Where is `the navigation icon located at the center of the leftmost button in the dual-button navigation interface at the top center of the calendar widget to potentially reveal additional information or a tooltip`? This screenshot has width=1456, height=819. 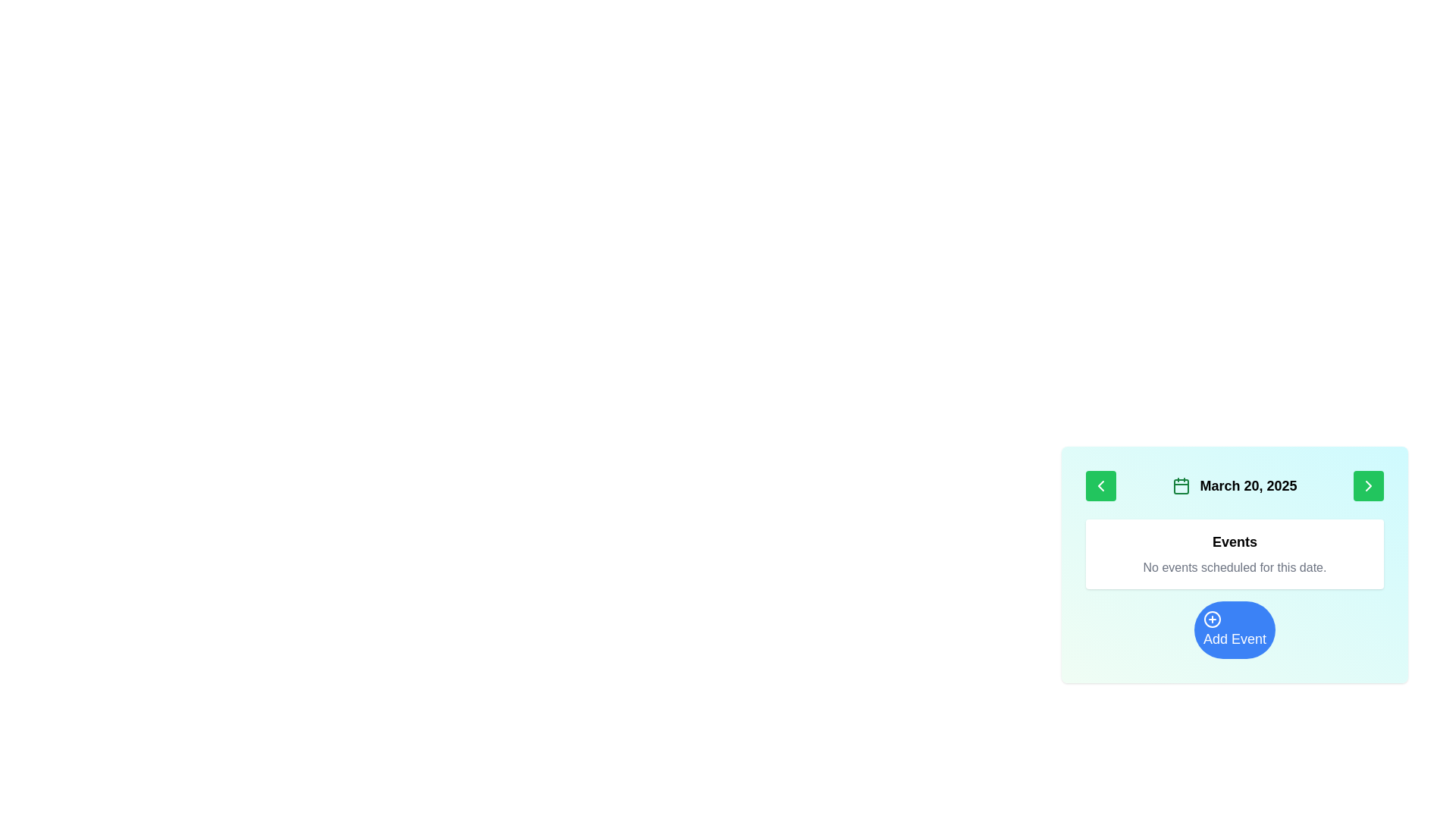
the navigation icon located at the center of the leftmost button in the dual-button navigation interface at the top center of the calendar widget to potentially reveal additional information or a tooltip is located at coordinates (1100, 485).